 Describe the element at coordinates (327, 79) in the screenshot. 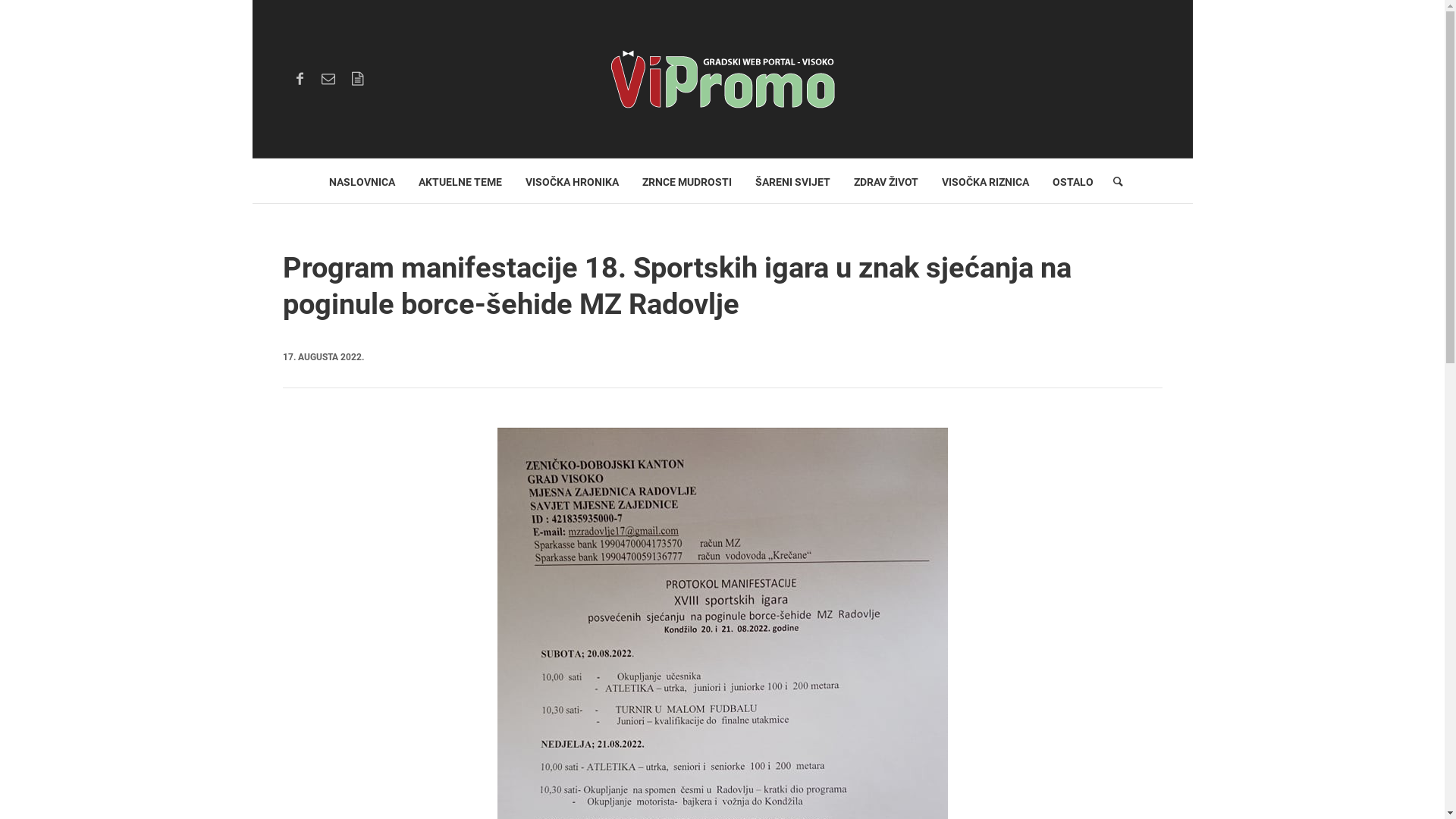

I see `'Kontakt'` at that location.